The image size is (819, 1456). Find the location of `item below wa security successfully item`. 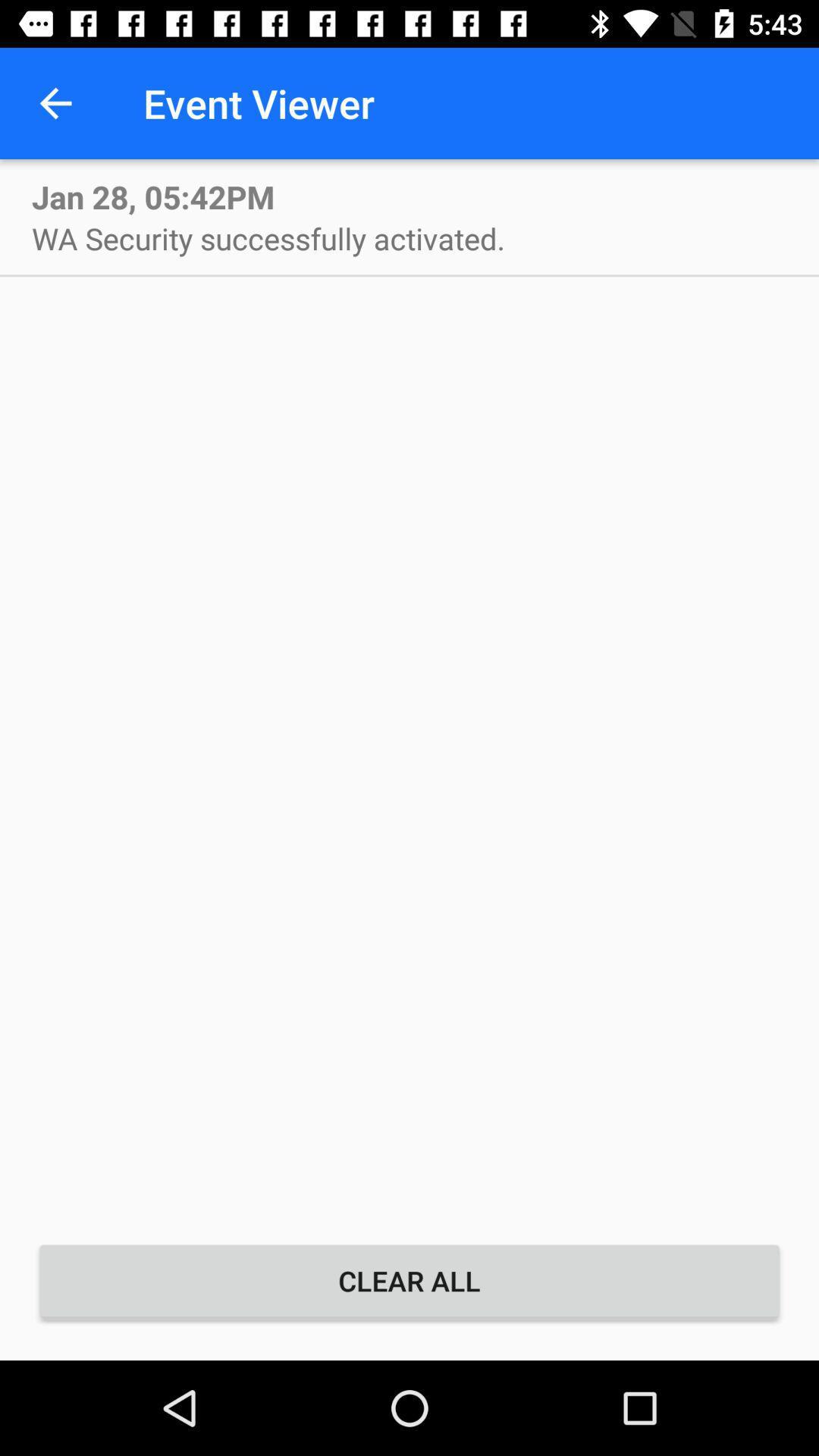

item below wa security successfully item is located at coordinates (409, 1280).